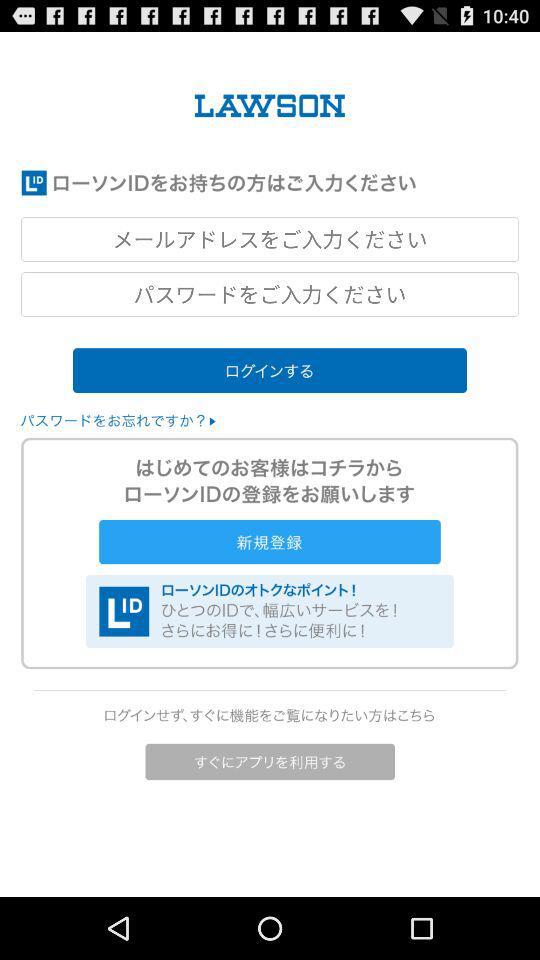  I want to click on type box, so click(270, 239).